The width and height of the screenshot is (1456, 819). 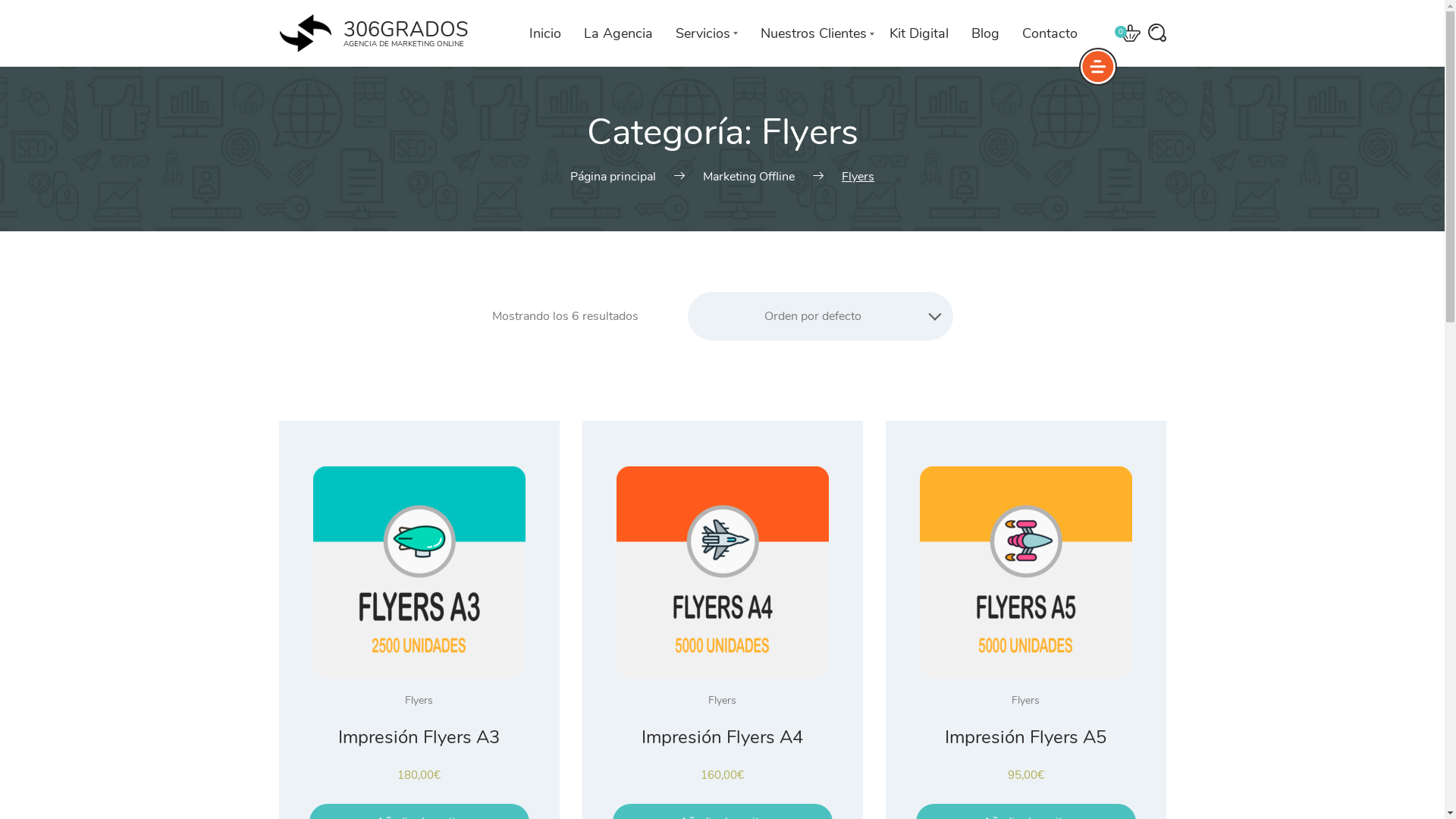 I want to click on 'Flyers', so click(x=721, y=700).